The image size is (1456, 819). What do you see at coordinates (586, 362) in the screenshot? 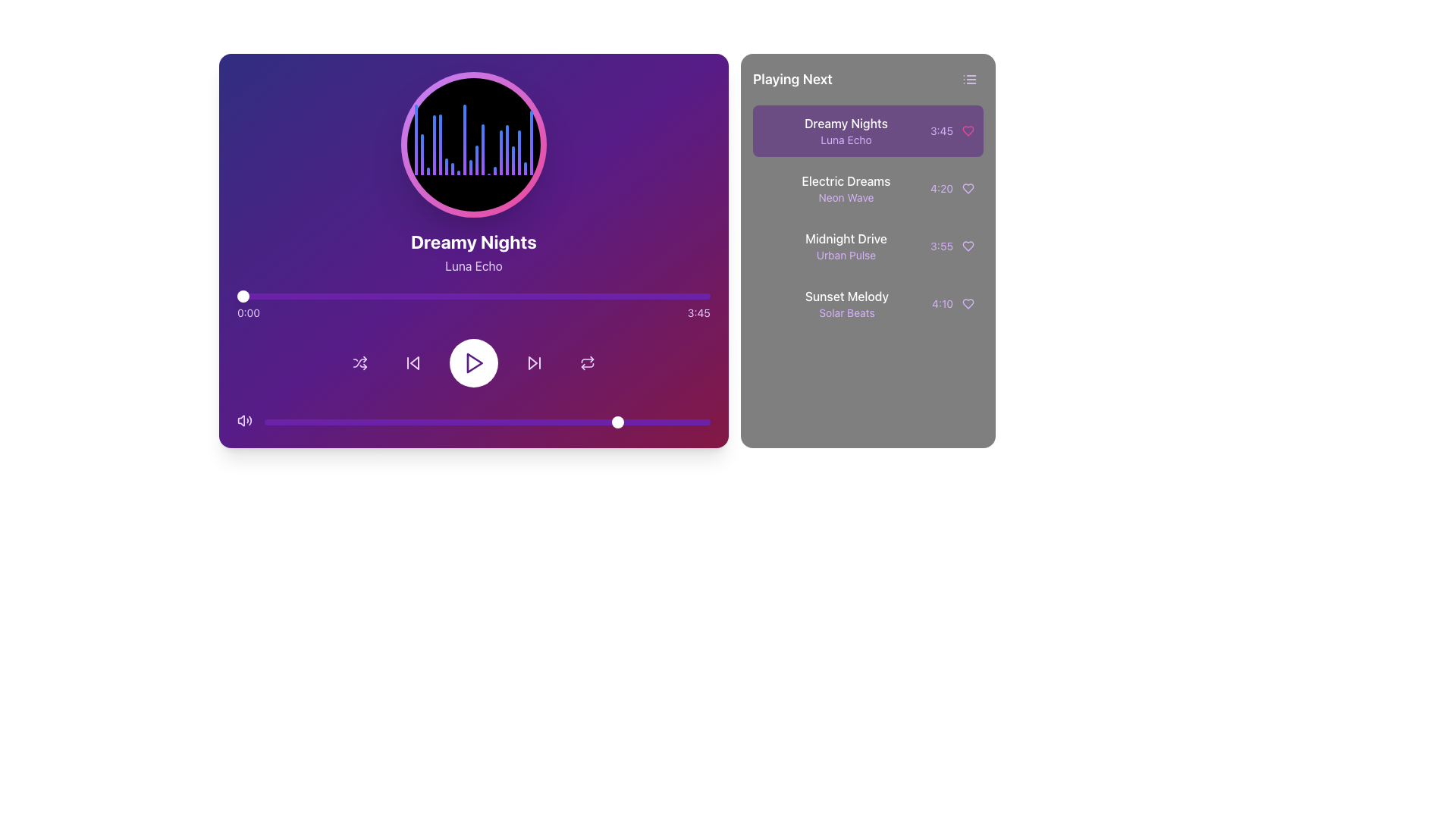
I see `the repeat icon button in the music player` at bounding box center [586, 362].